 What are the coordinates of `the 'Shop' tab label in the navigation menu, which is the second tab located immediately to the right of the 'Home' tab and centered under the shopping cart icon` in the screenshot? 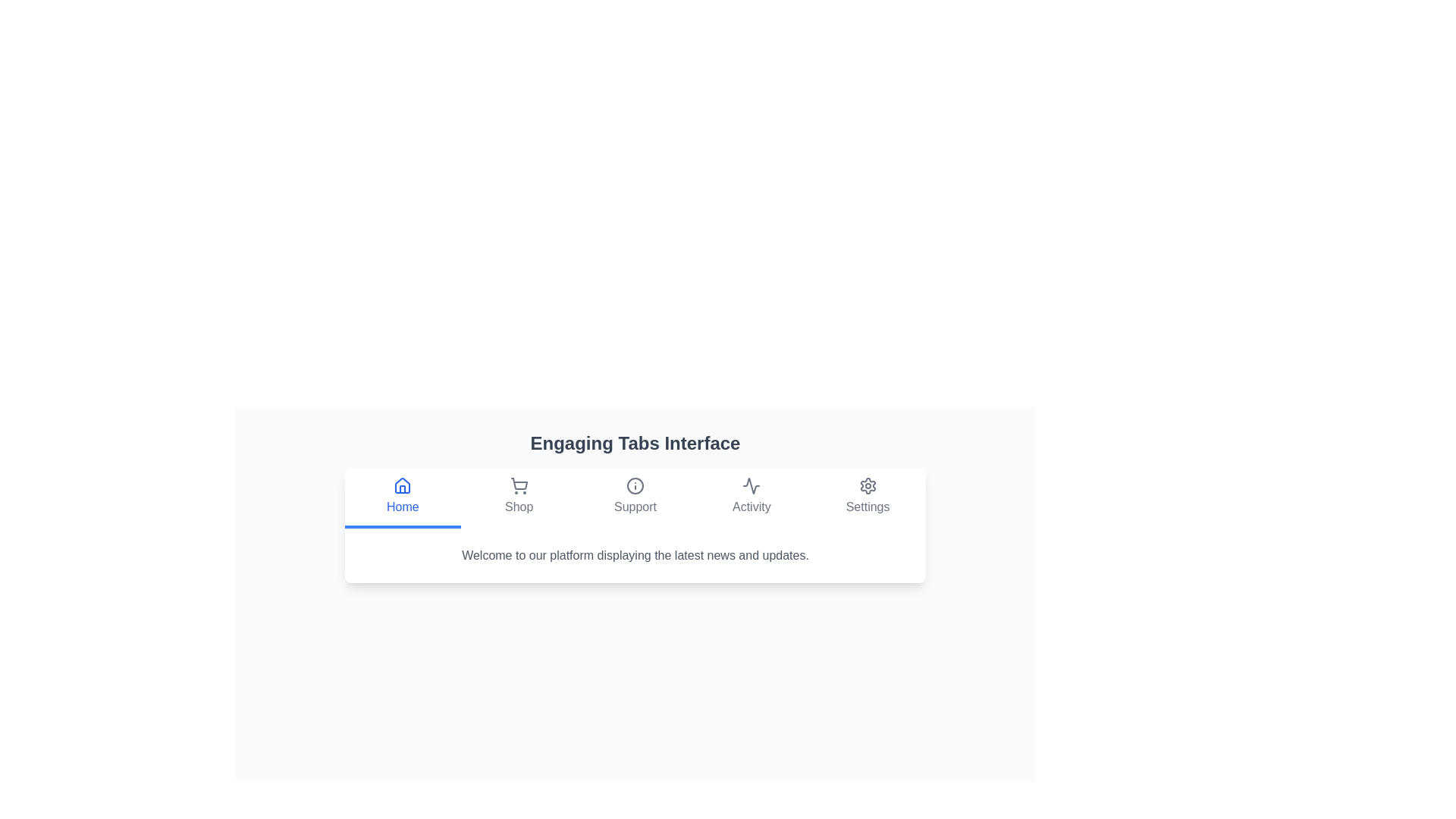 It's located at (519, 507).